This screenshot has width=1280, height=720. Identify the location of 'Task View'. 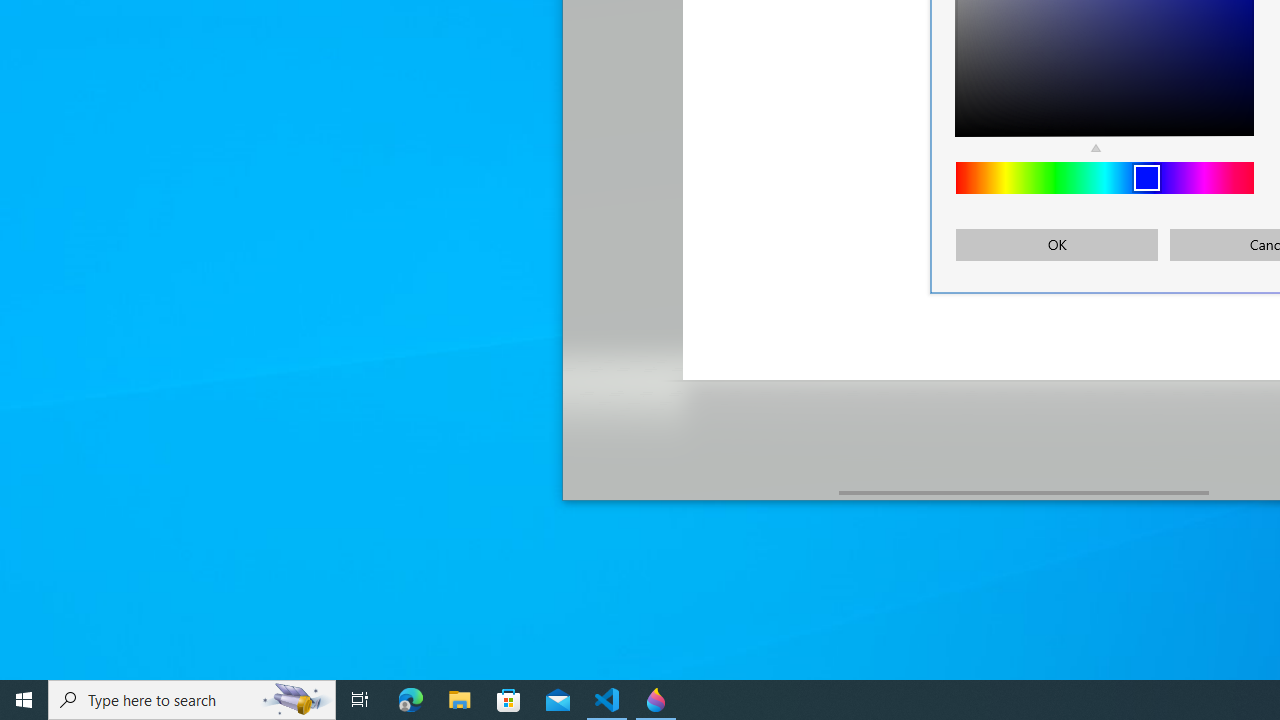
(359, 698).